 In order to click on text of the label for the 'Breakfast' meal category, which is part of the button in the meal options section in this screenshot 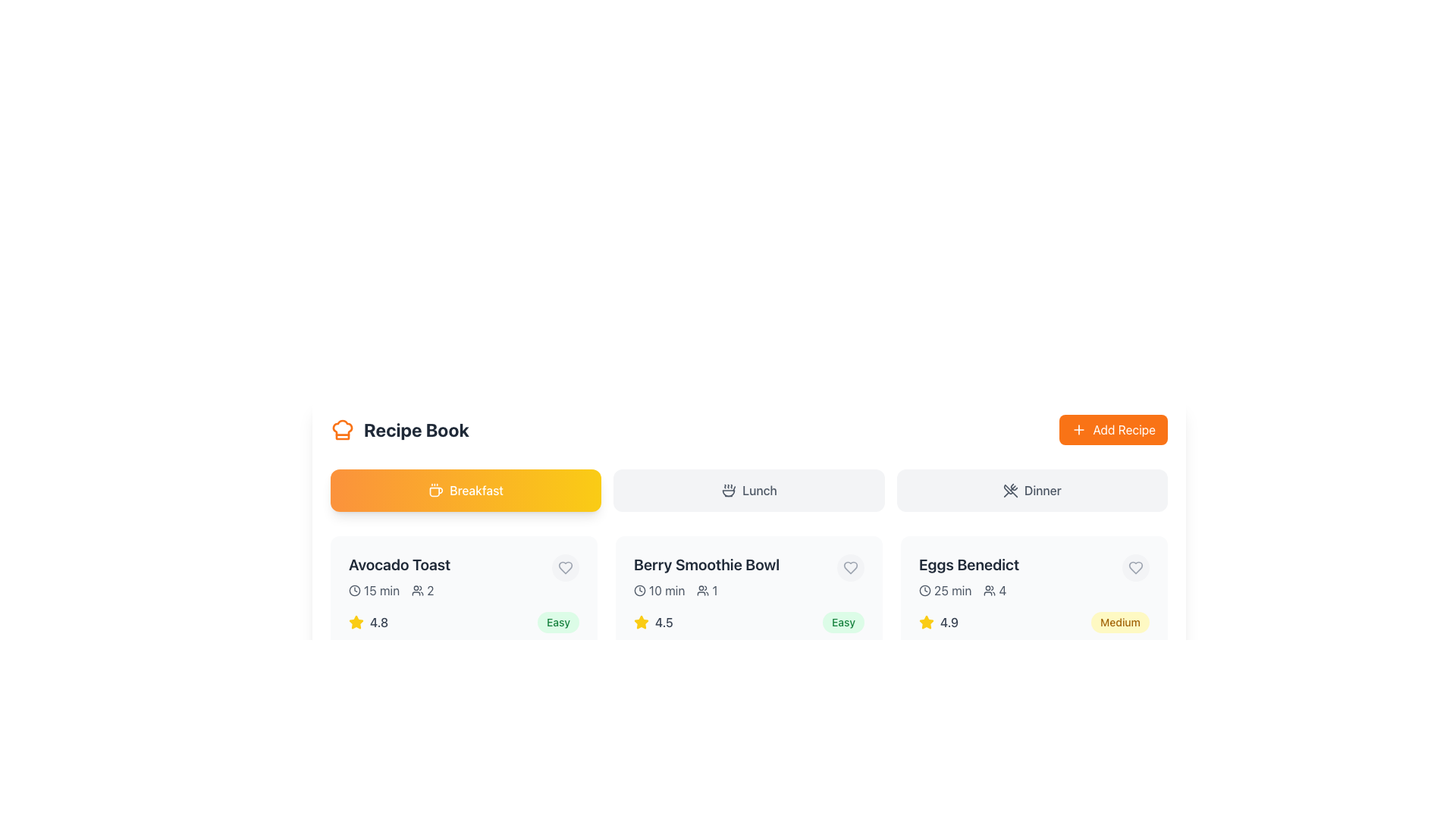, I will do `click(475, 491)`.